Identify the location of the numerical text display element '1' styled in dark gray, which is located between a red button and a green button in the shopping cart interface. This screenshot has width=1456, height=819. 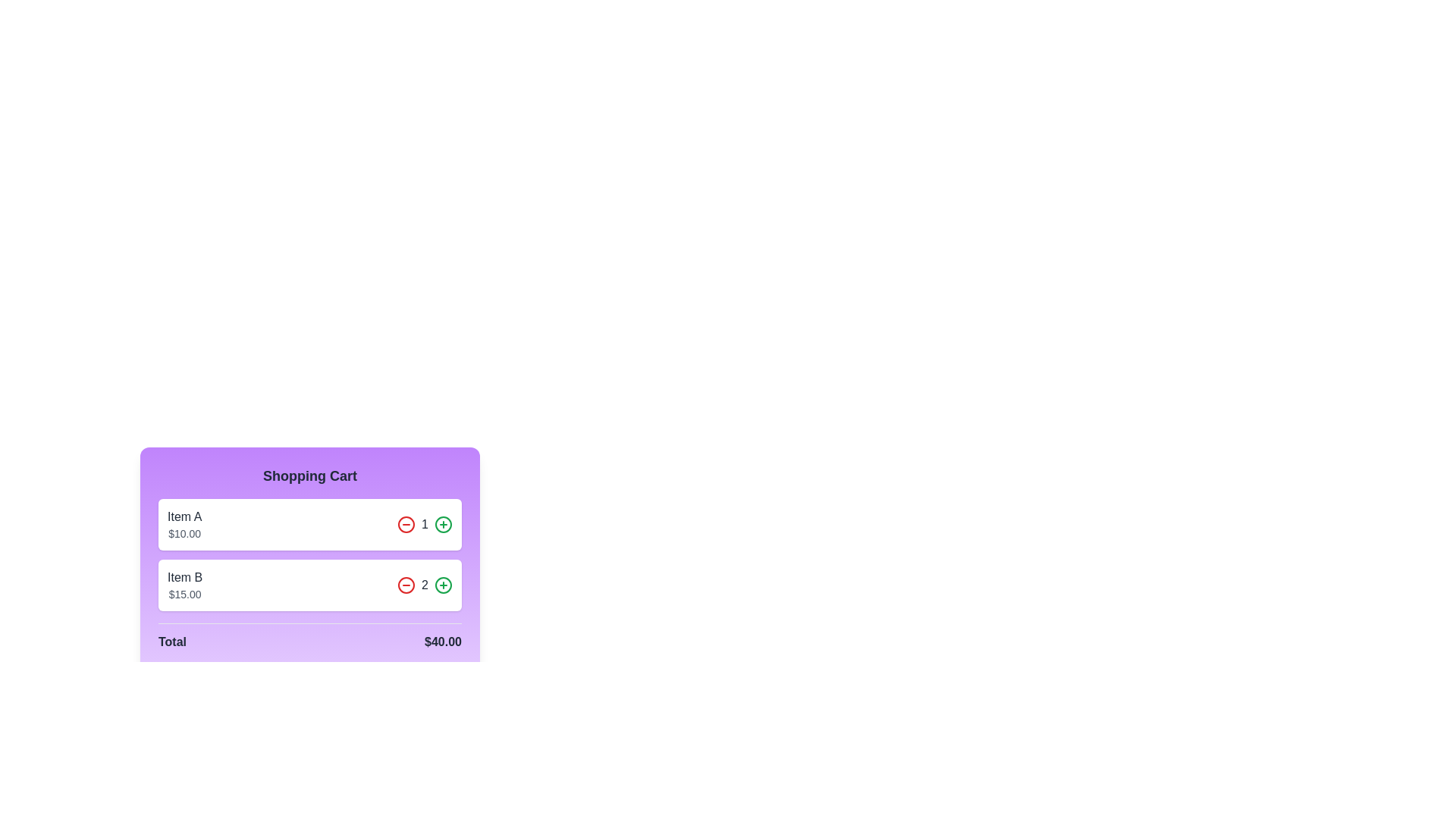
(425, 523).